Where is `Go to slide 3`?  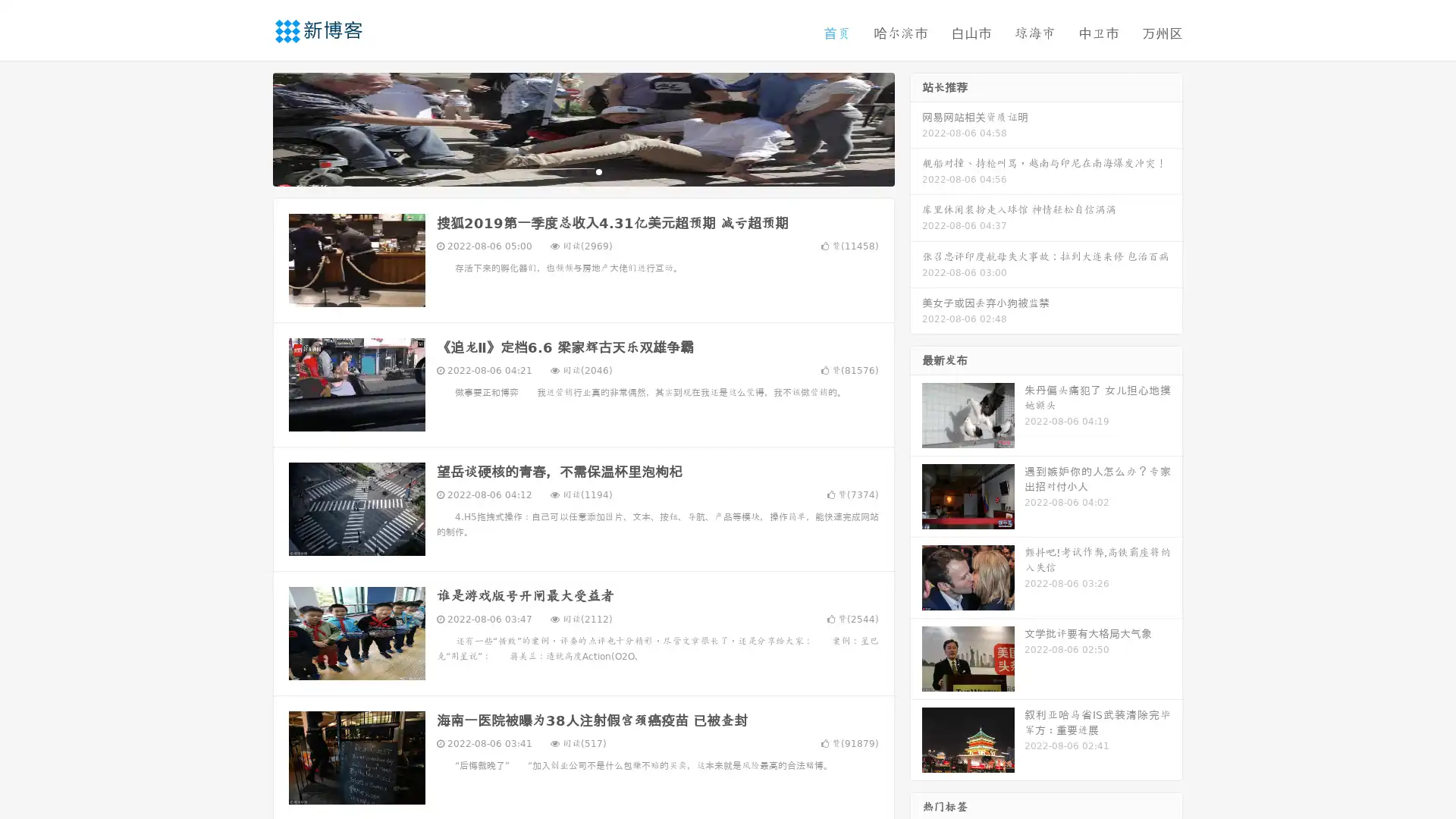
Go to slide 3 is located at coordinates (598, 171).